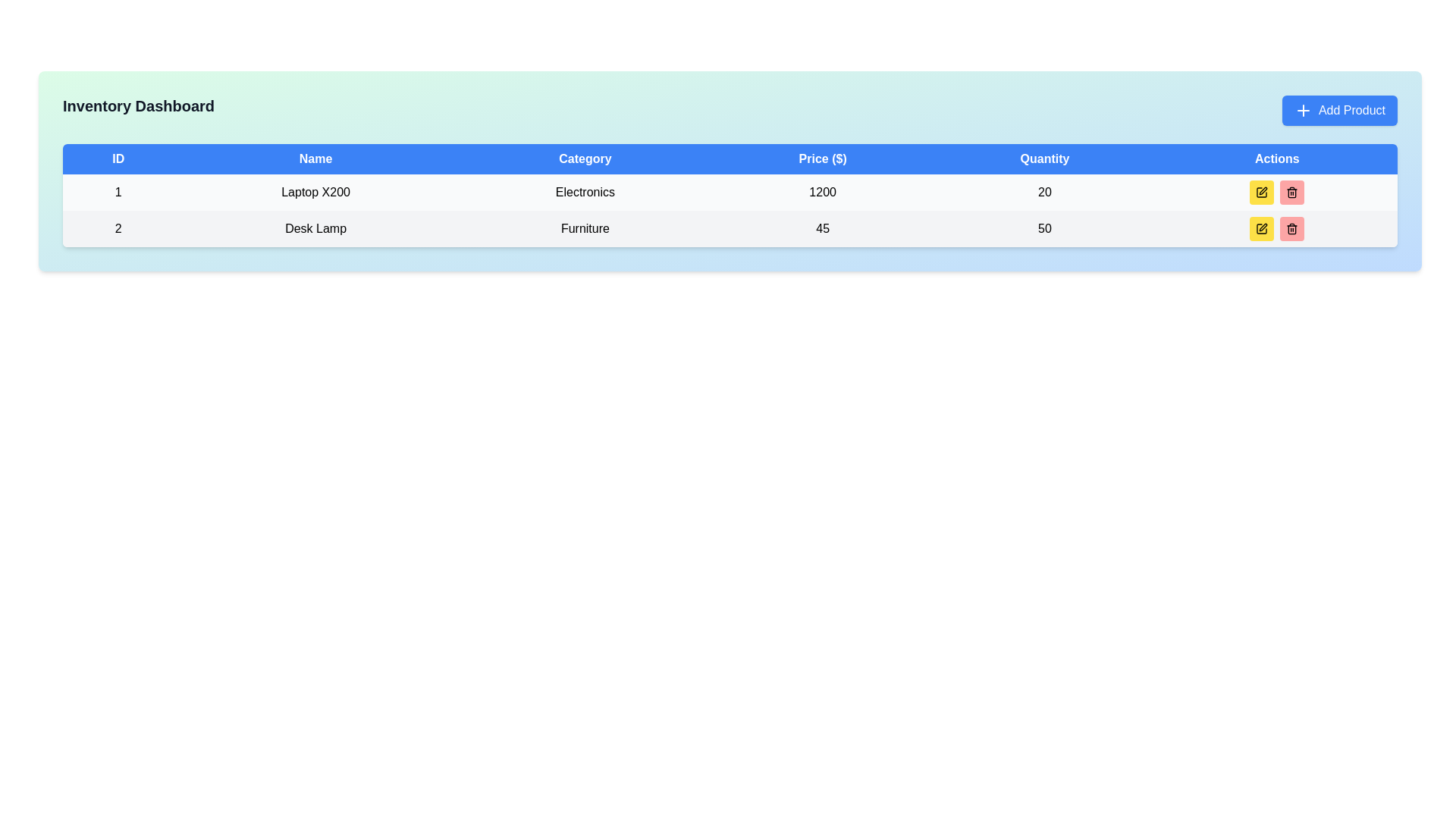  What do you see at coordinates (584, 192) in the screenshot?
I see `the 'Electronics' text label in the third column of the first data row in the table` at bounding box center [584, 192].